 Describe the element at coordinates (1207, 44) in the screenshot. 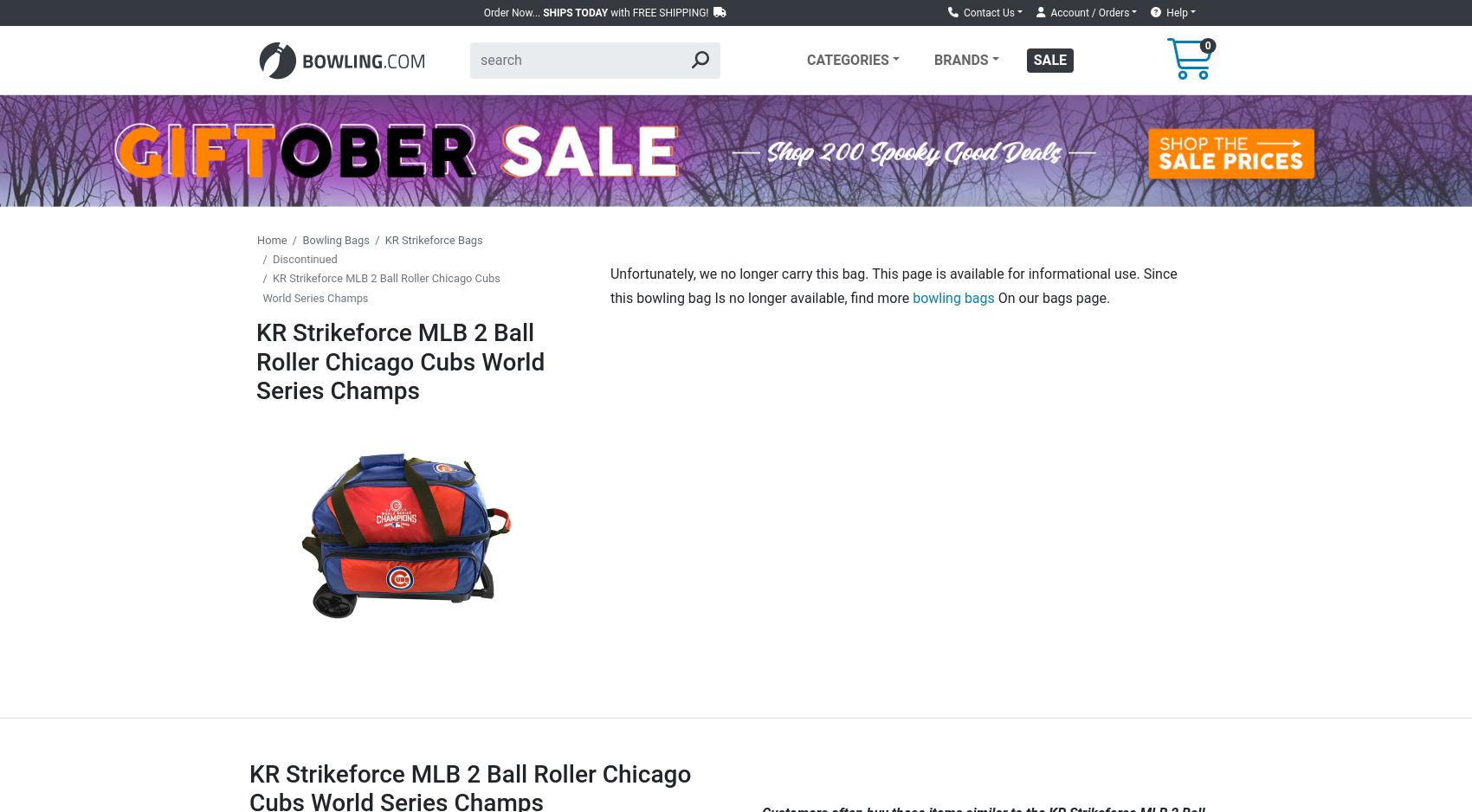

I see `'0'` at that location.